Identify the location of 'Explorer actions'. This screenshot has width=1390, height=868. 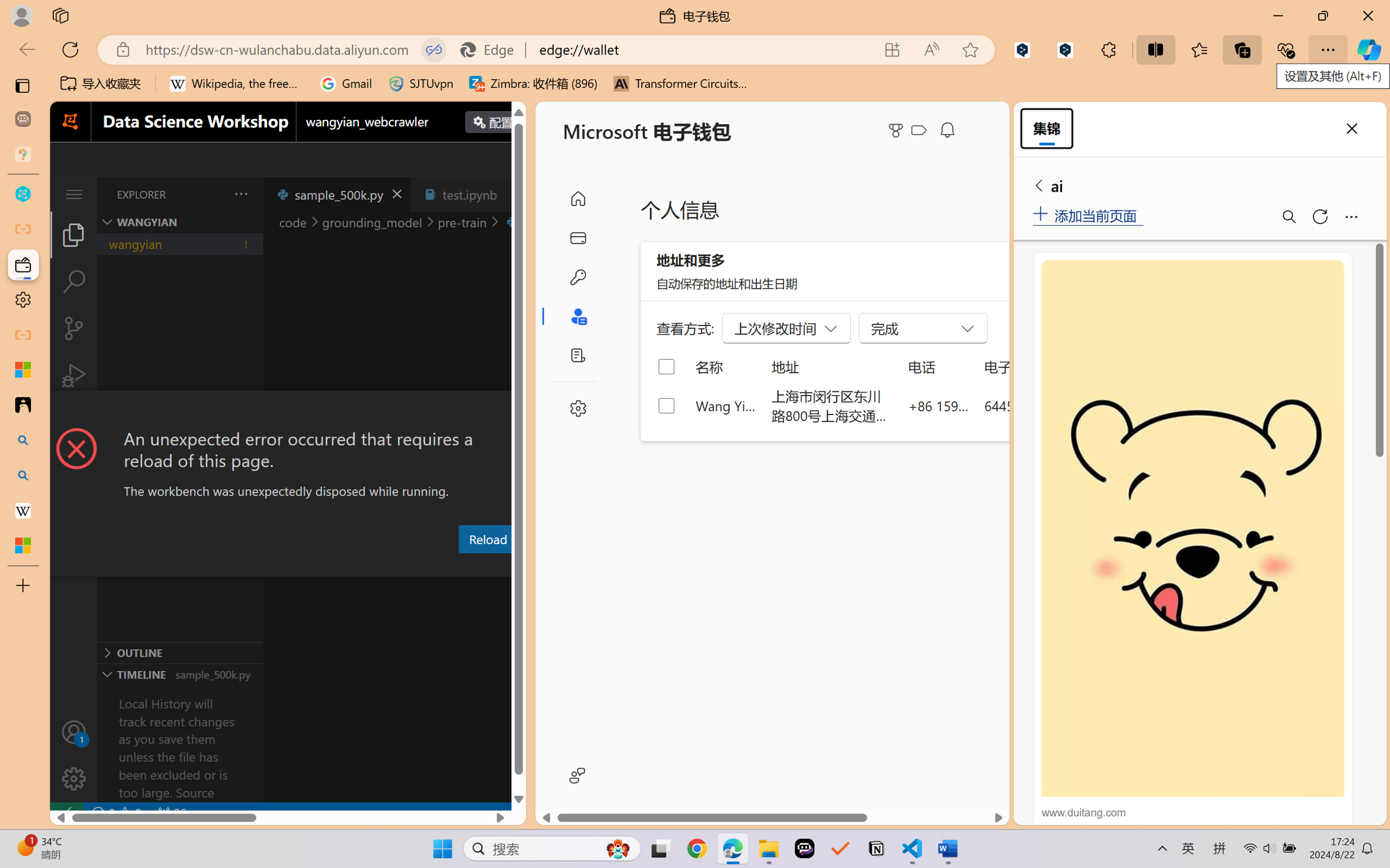
(212, 193).